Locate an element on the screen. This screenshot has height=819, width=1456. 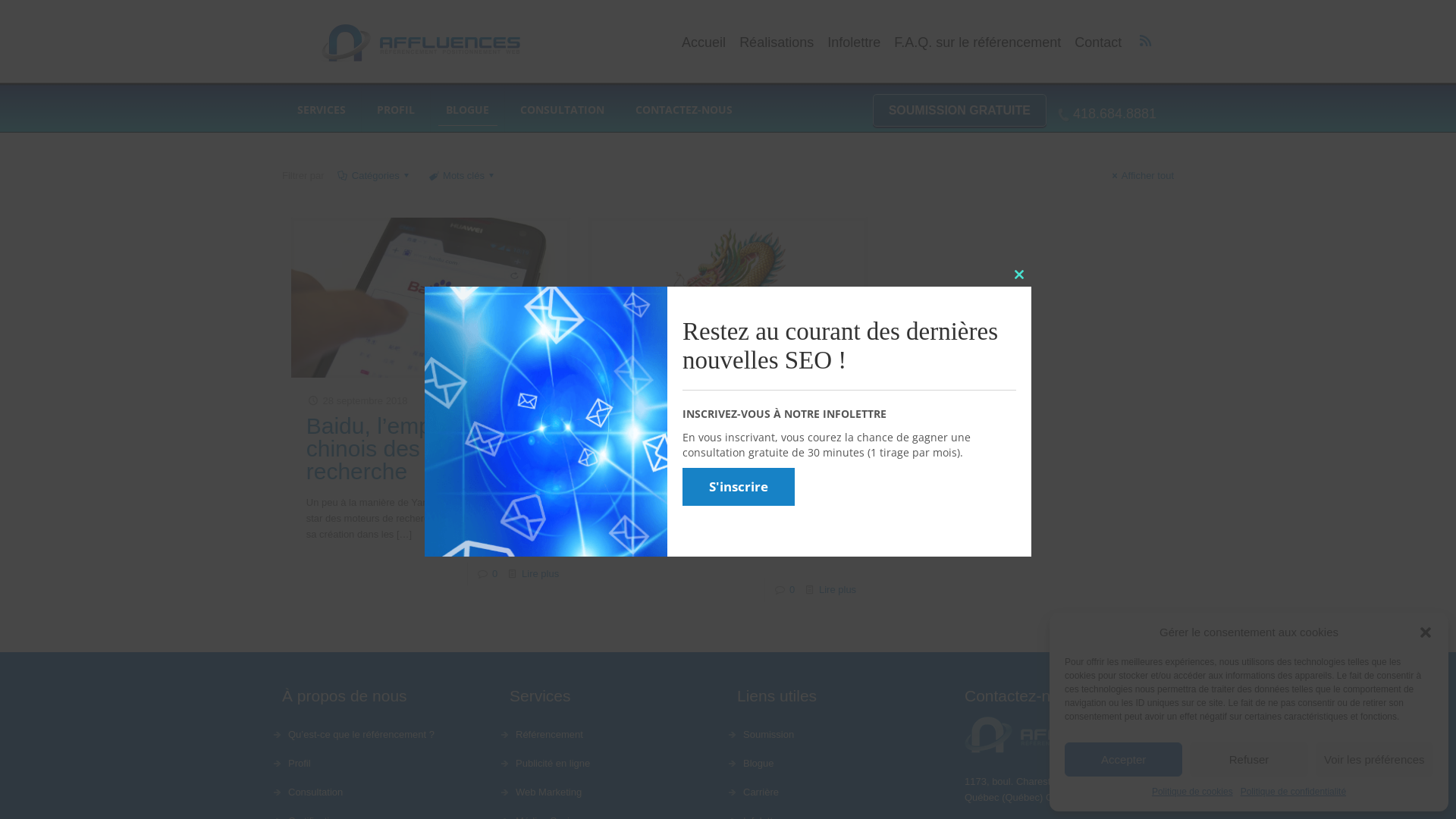
'RSS' is located at coordinates (1145, 39).